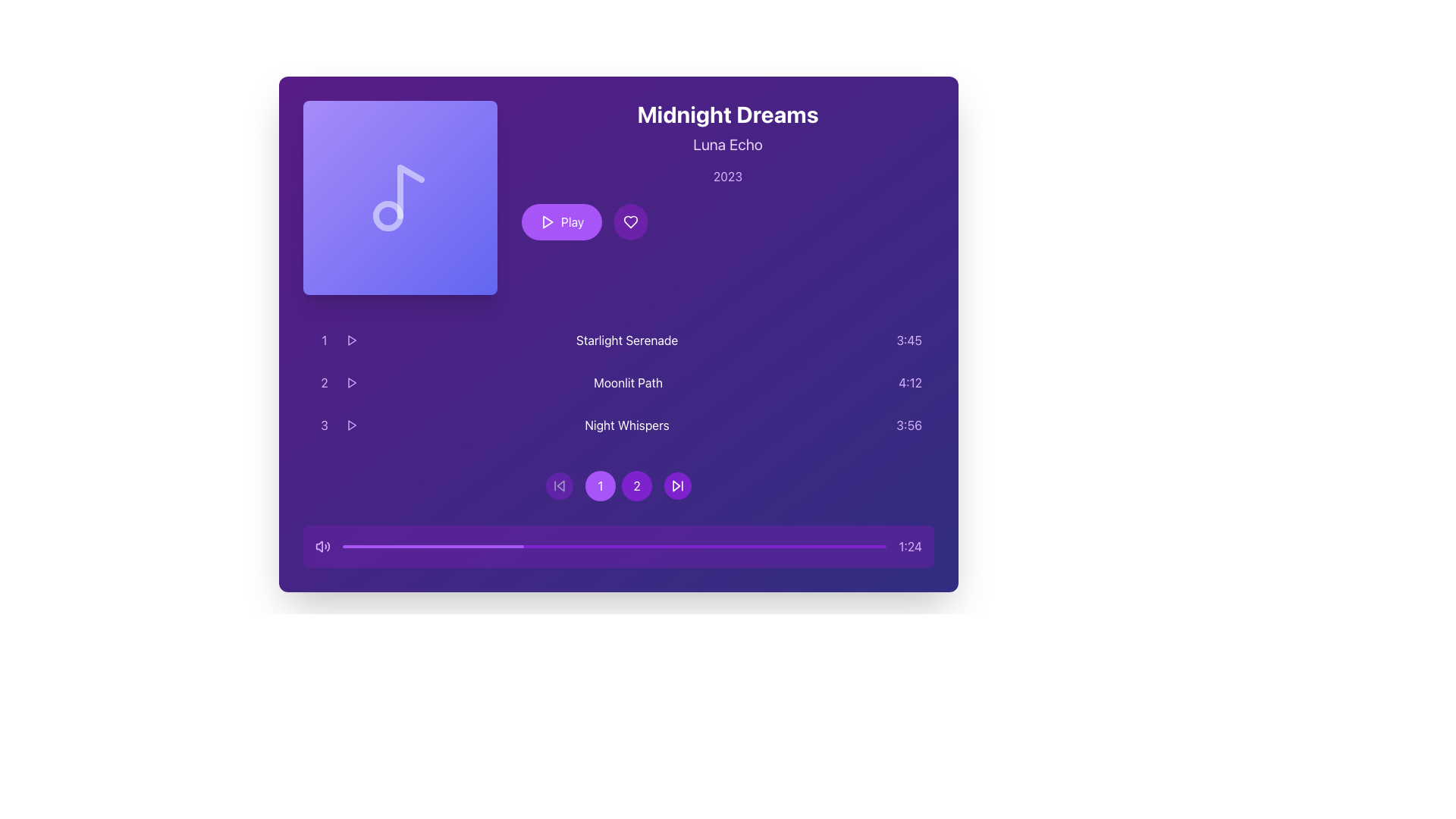 The height and width of the screenshot is (819, 1456). I want to click on the play icon, which is a triangular arrow pointing to the right inside a purple circular button labeled 'Play', to initiate playback, so click(546, 222).